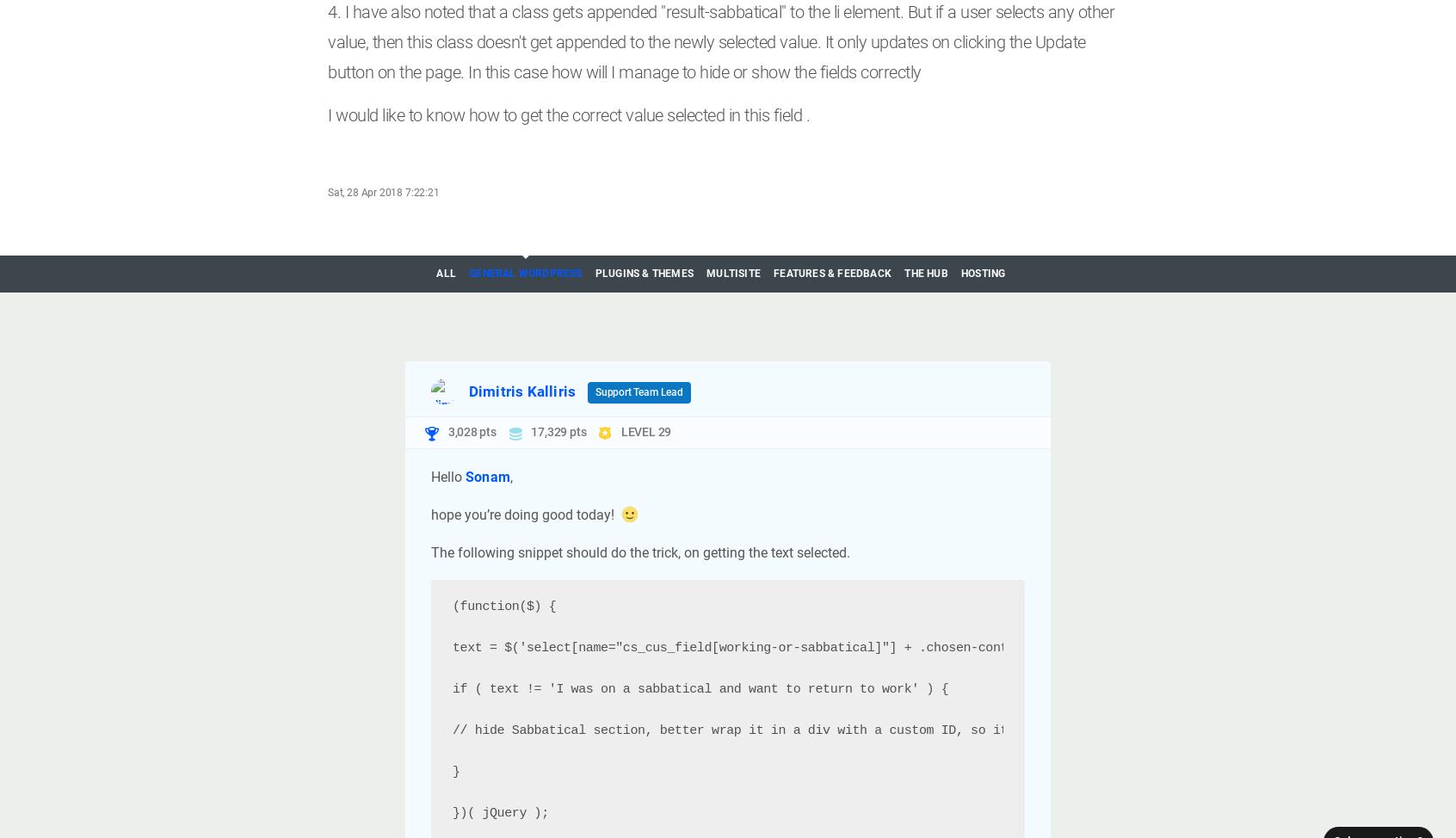 This screenshot has height=838, width=1456. Describe the element at coordinates (431, 551) in the screenshot. I see `'The following snippet should do the trick, on getting the text selected.'` at that location.